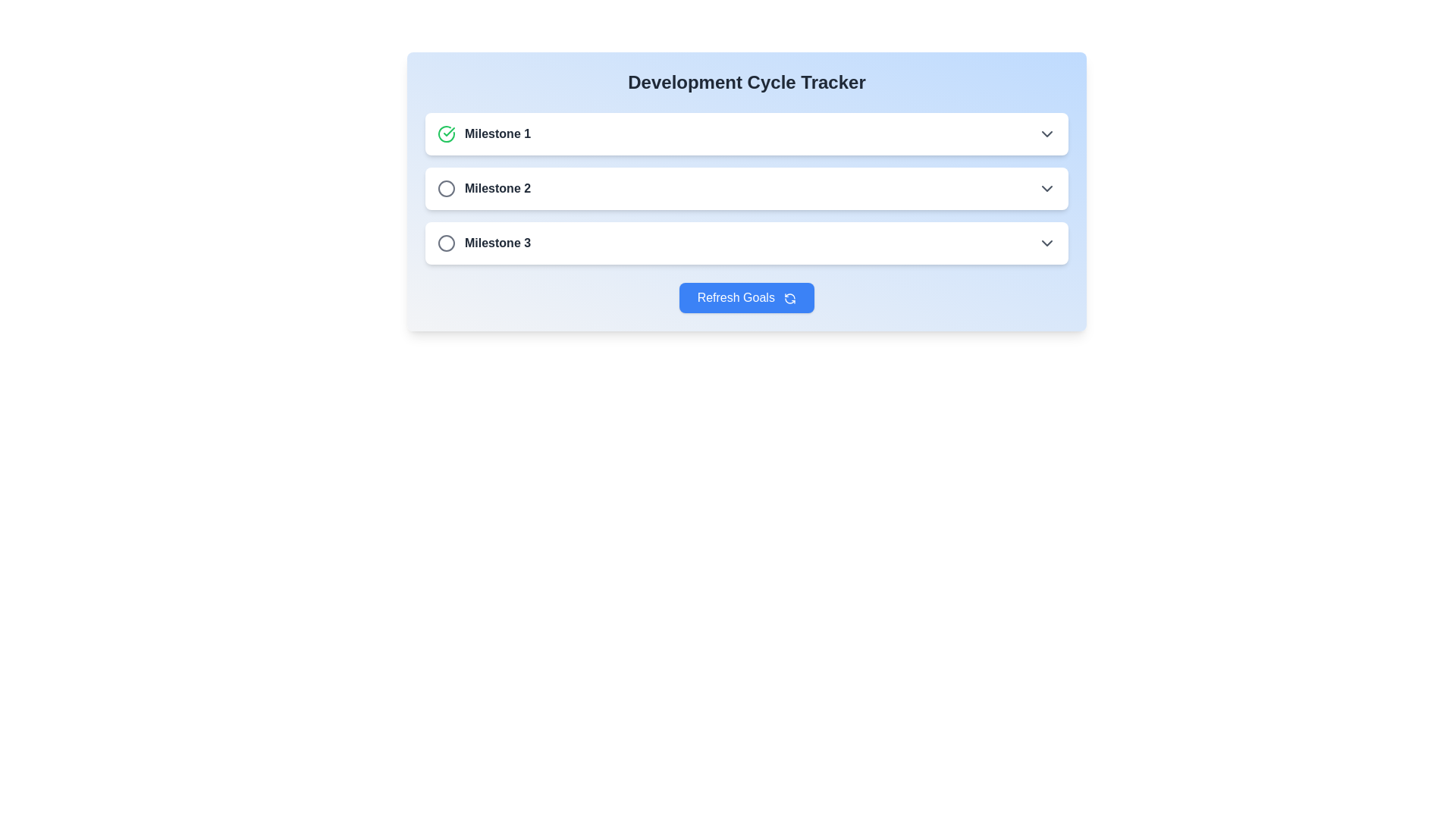 This screenshot has height=819, width=1456. Describe the element at coordinates (448, 130) in the screenshot. I see `the status icon indicating the completion of 'Milestone 1', which is located to the left of the text in the milestone list` at that location.